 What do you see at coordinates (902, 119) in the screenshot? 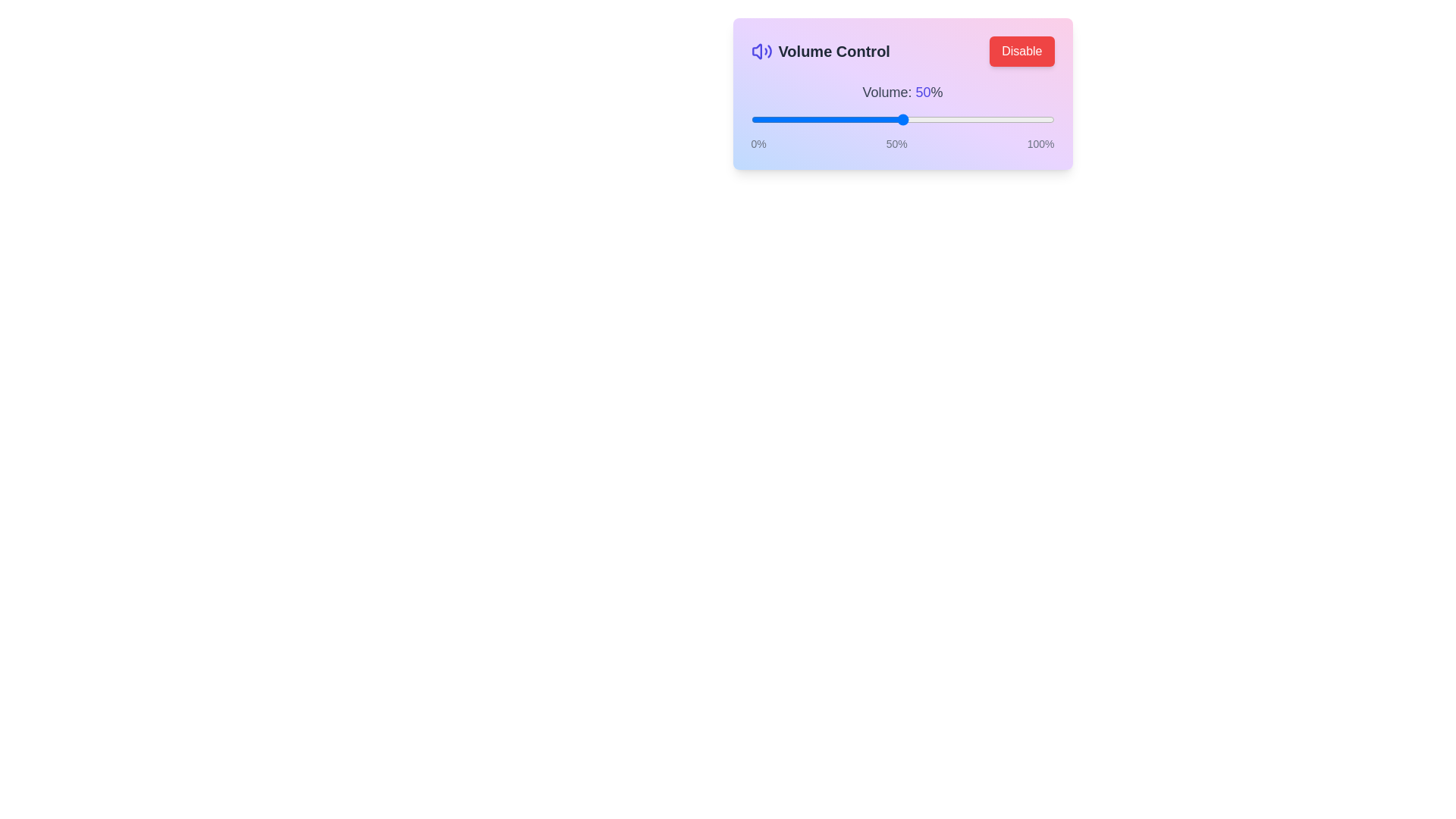
I see `the thumb handle of the volume control slider located centrally below the label 'Volume: 50%'` at bounding box center [902, 119].